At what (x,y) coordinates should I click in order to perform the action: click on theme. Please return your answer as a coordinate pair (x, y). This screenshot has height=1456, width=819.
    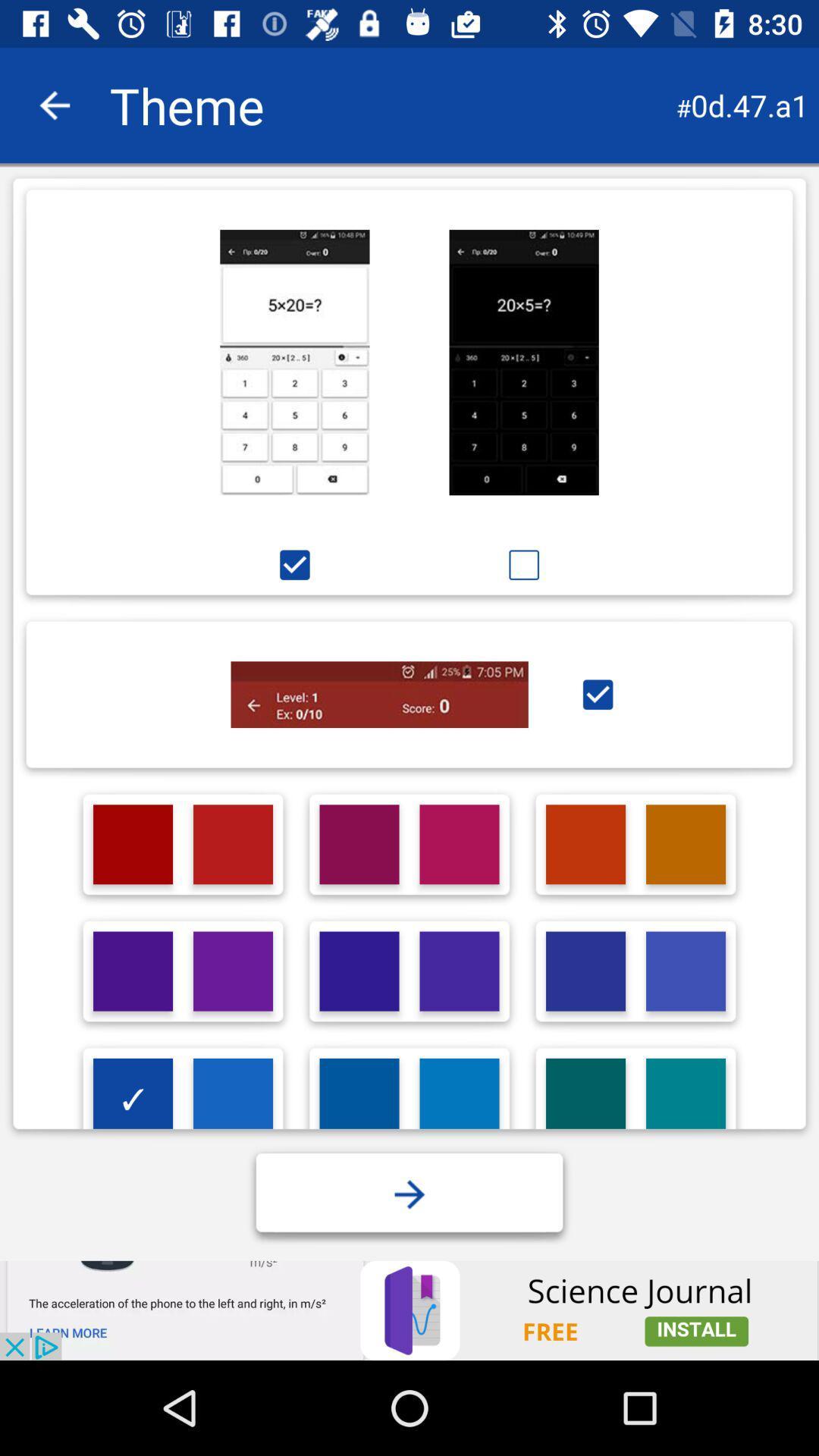
    Looking at the image, I should click on (523, 362).